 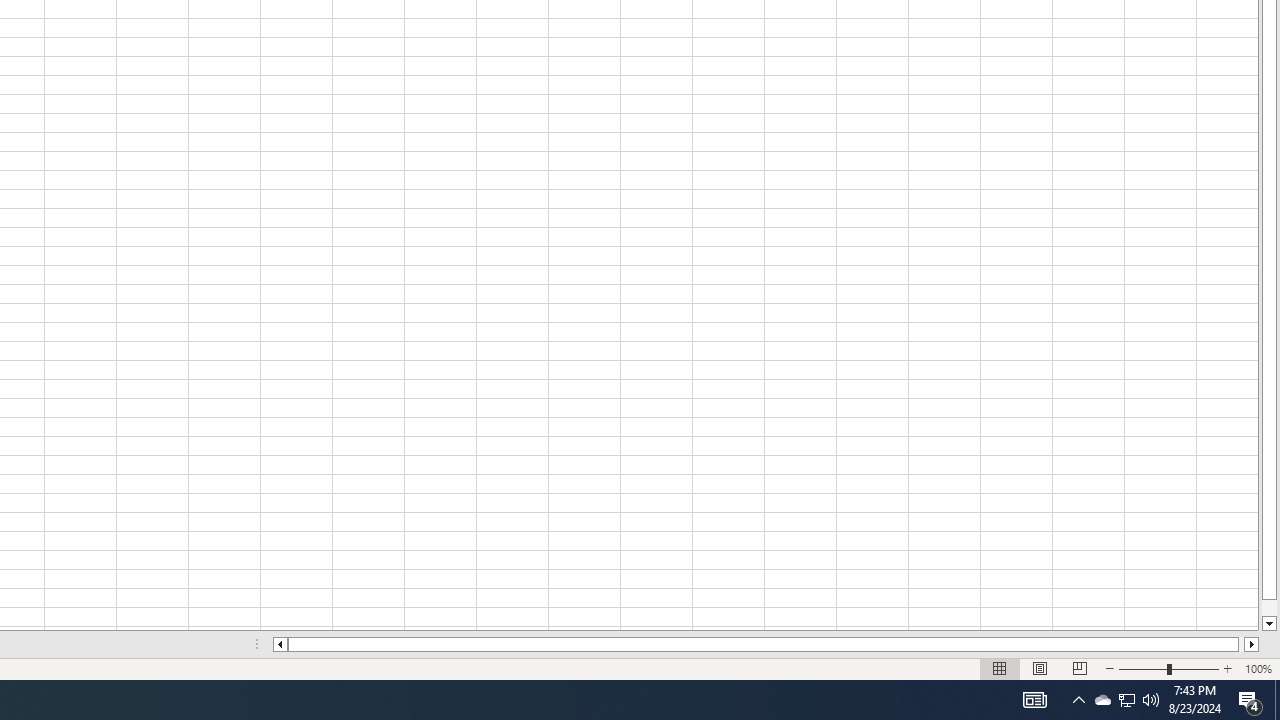 I want to click on 'Column left', so click(x=278, y=644).